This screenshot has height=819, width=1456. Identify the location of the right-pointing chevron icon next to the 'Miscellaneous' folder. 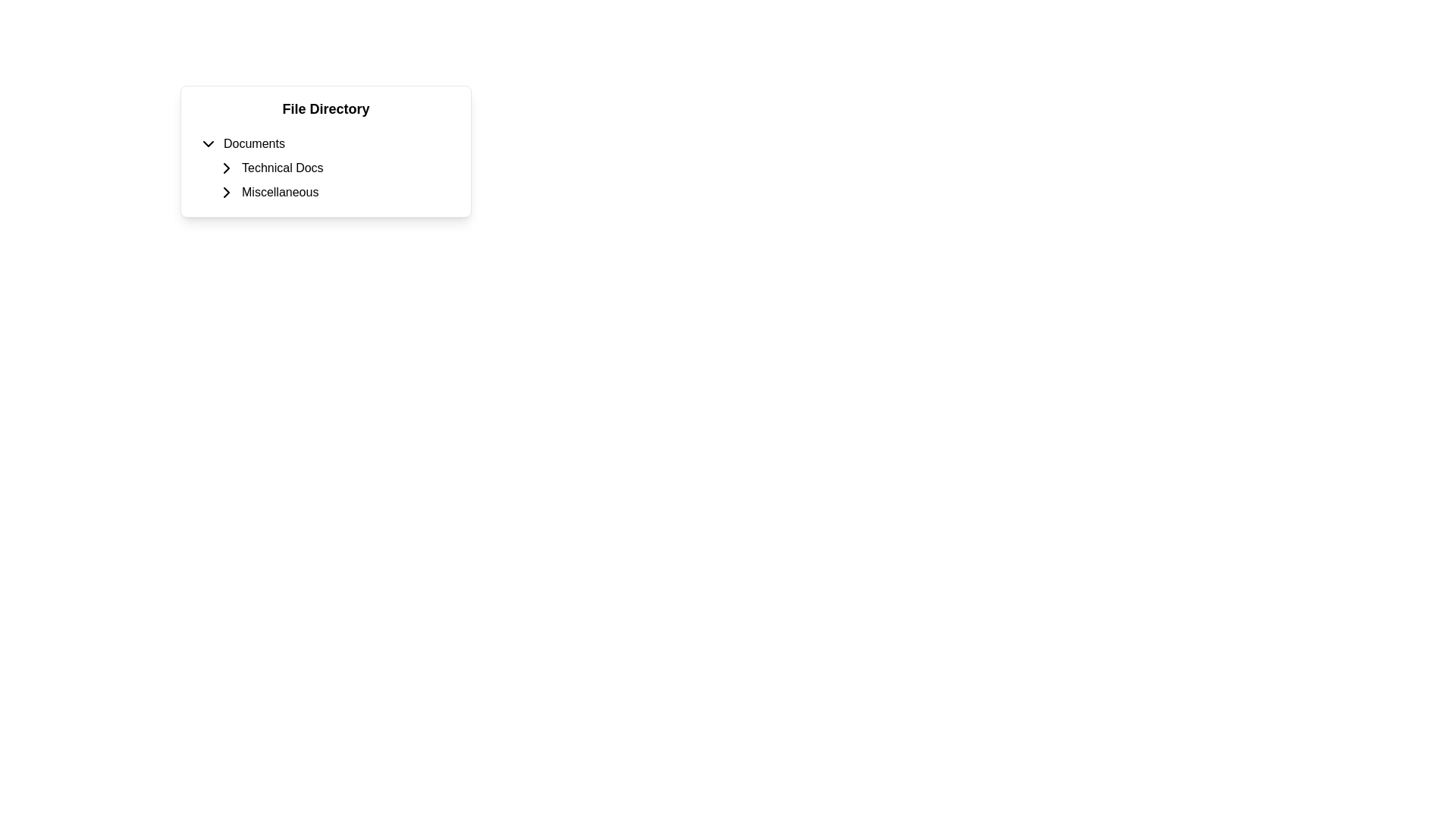
(225, 192).